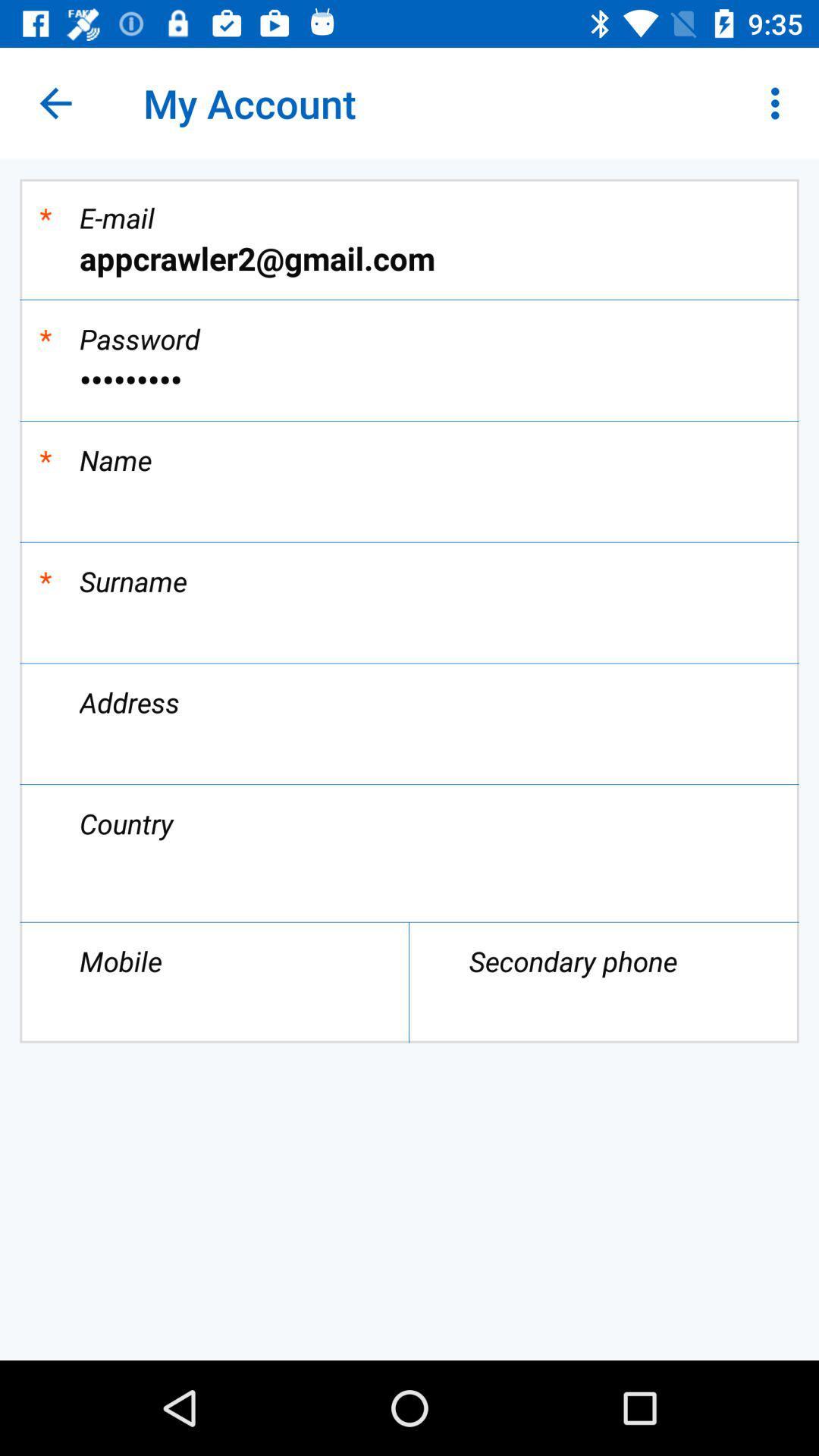 The image size is (819, 1456). I want to click on the crowd3116, so click(409, 379).